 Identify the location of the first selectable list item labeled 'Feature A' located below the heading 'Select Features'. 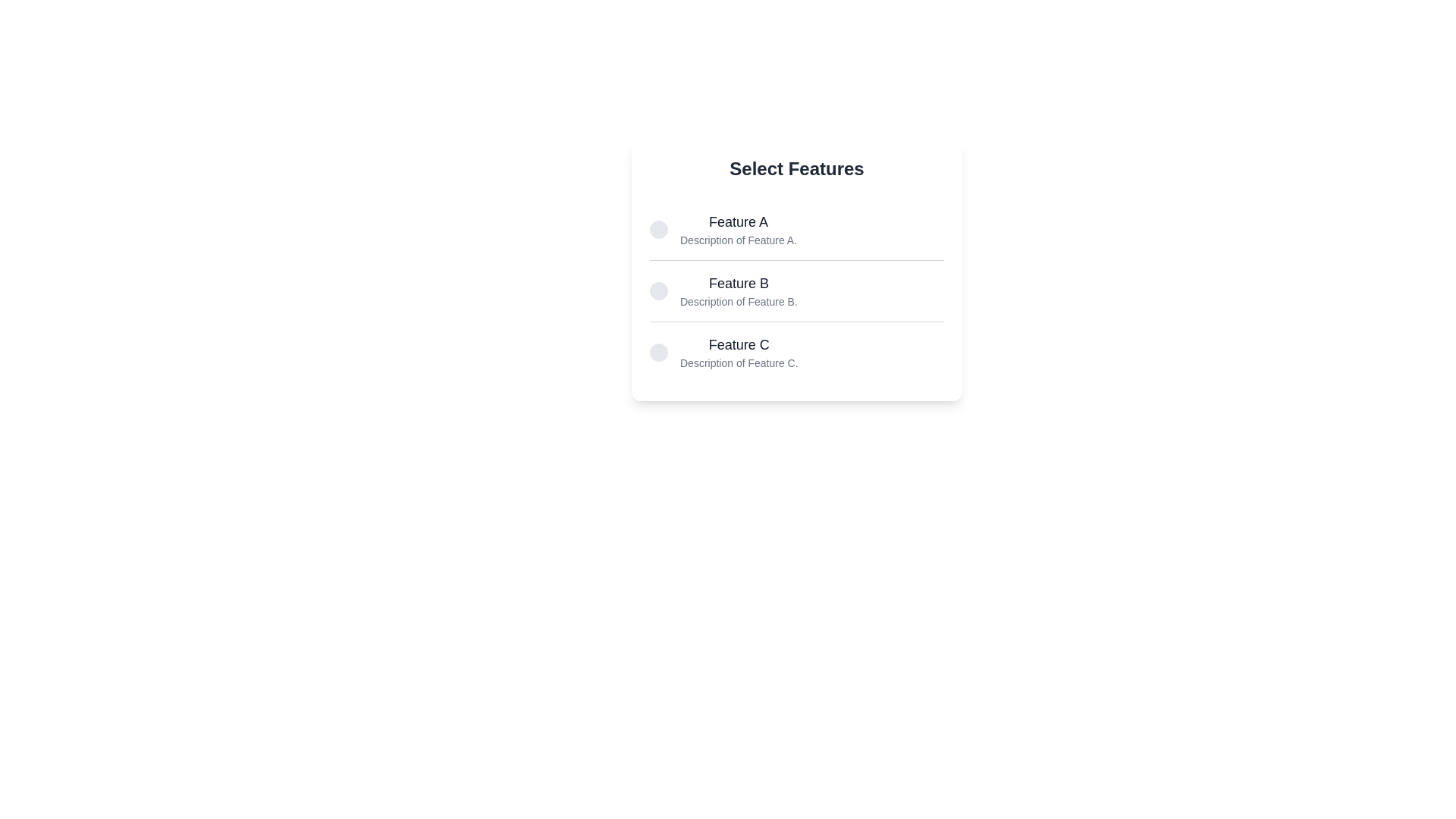
(723, 230).